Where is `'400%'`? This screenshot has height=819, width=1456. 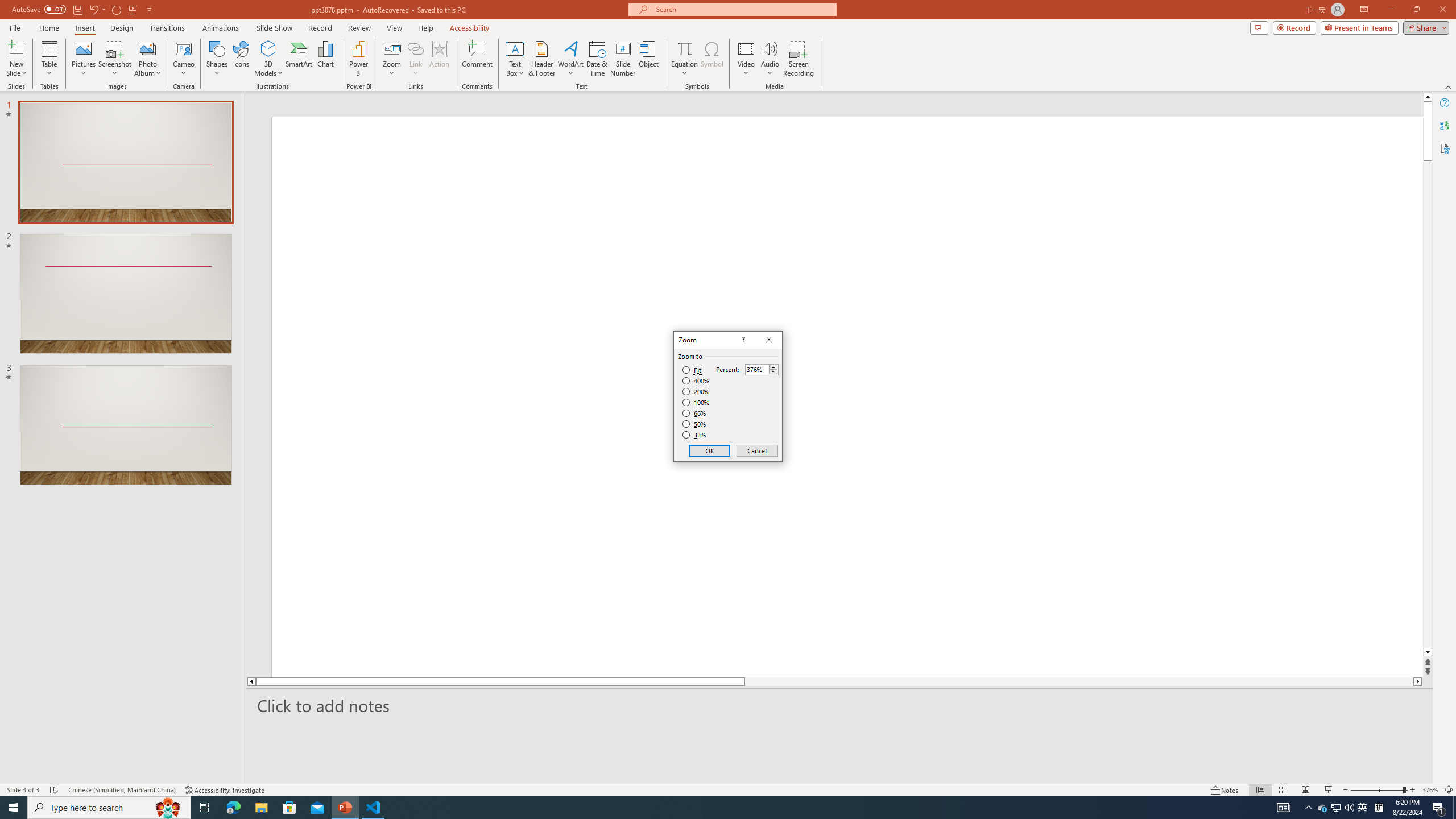
'400%' is located at coordinates (696, 381).